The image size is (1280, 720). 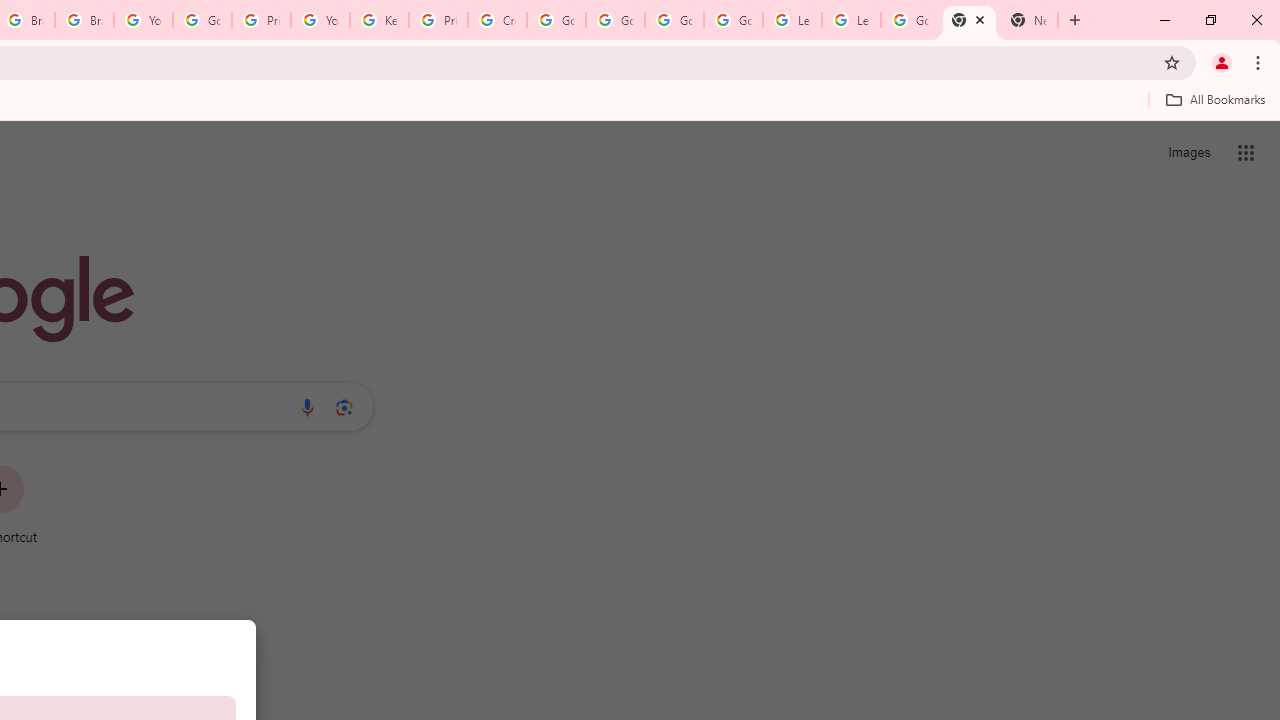 I want to click on 'New Tab', so click(x=969, y=20).